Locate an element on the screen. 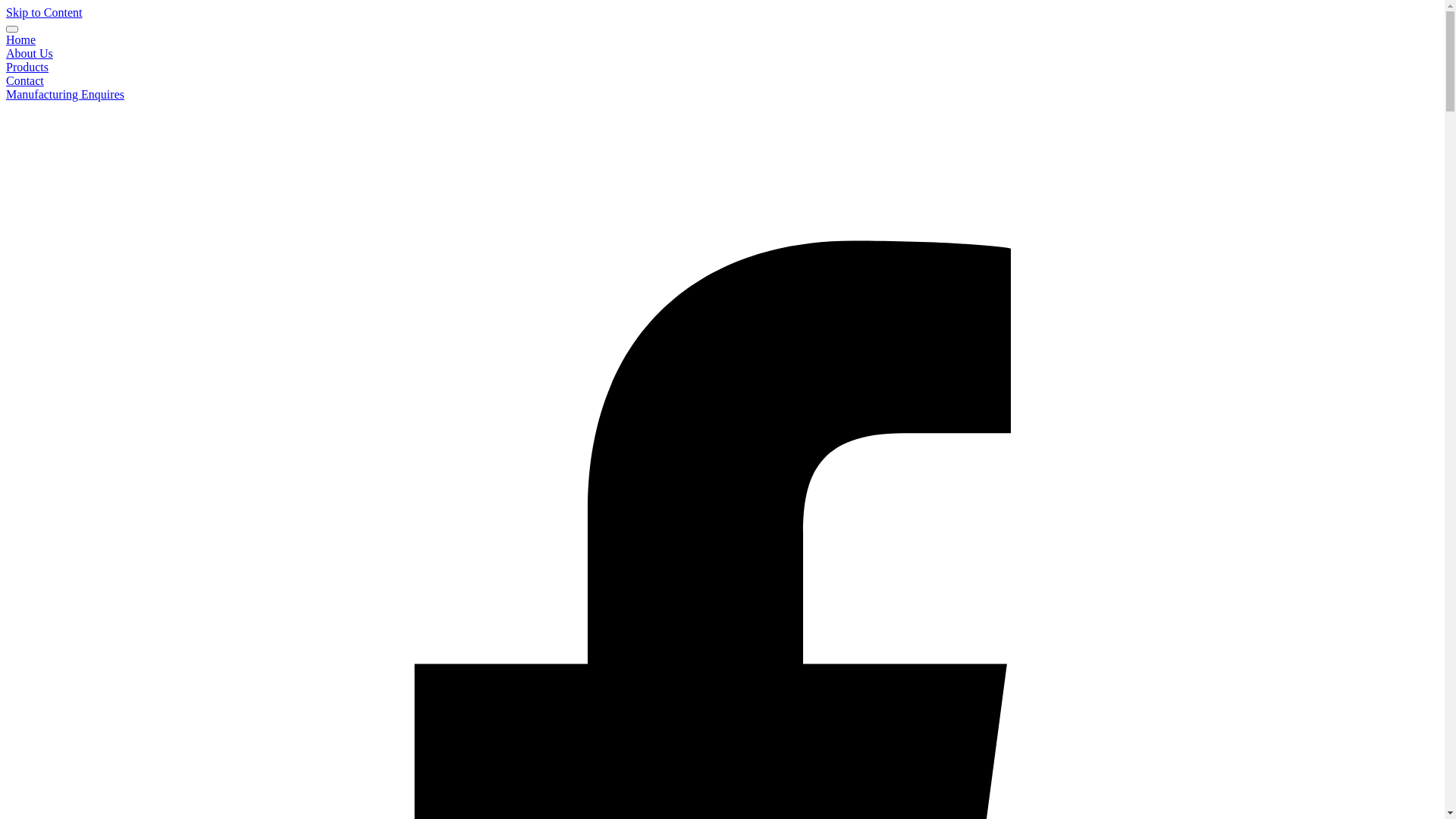  'About Us' is located at coordinates (29, 52).